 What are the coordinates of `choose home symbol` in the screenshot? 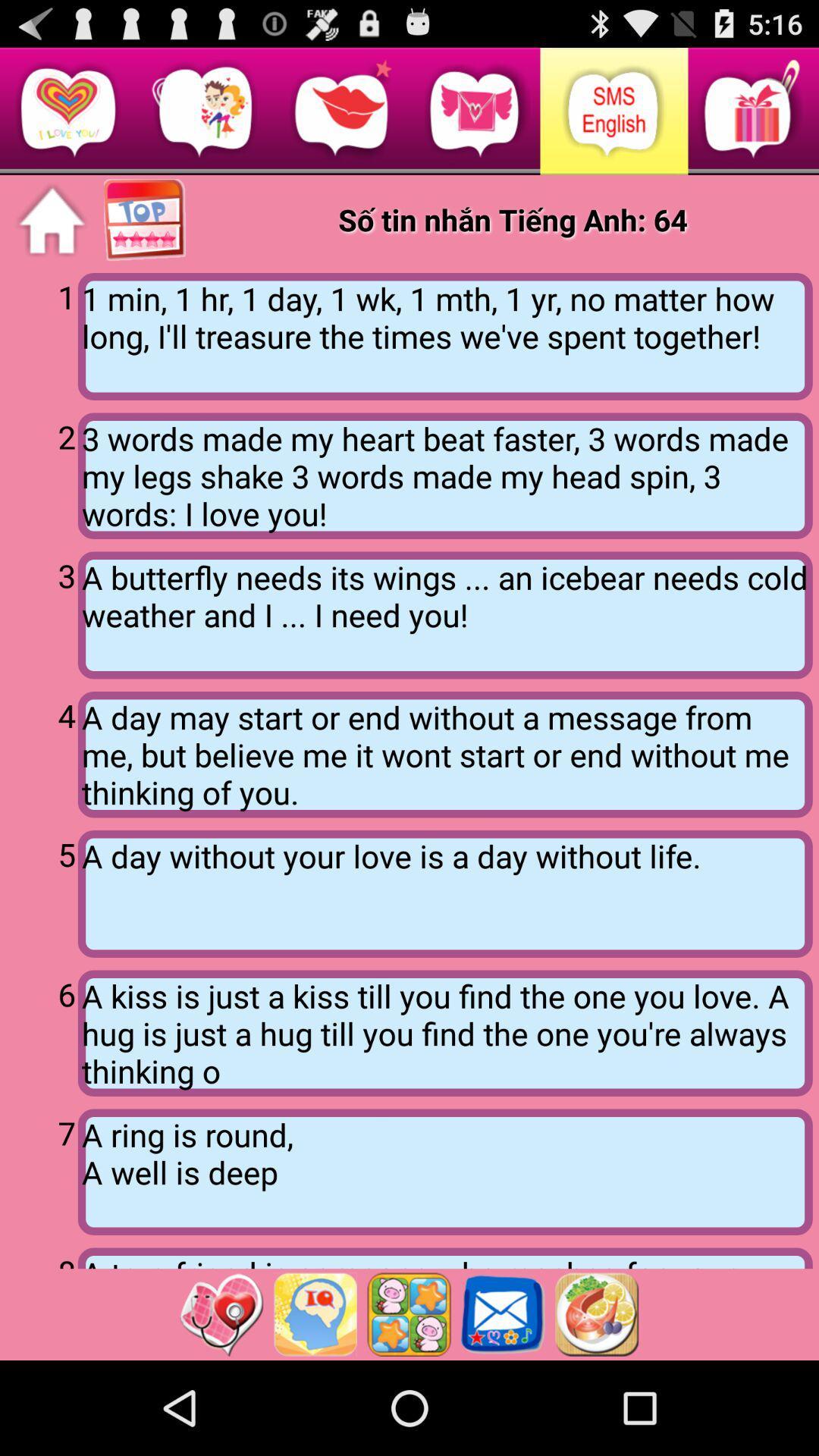 It's located at (51, 220).